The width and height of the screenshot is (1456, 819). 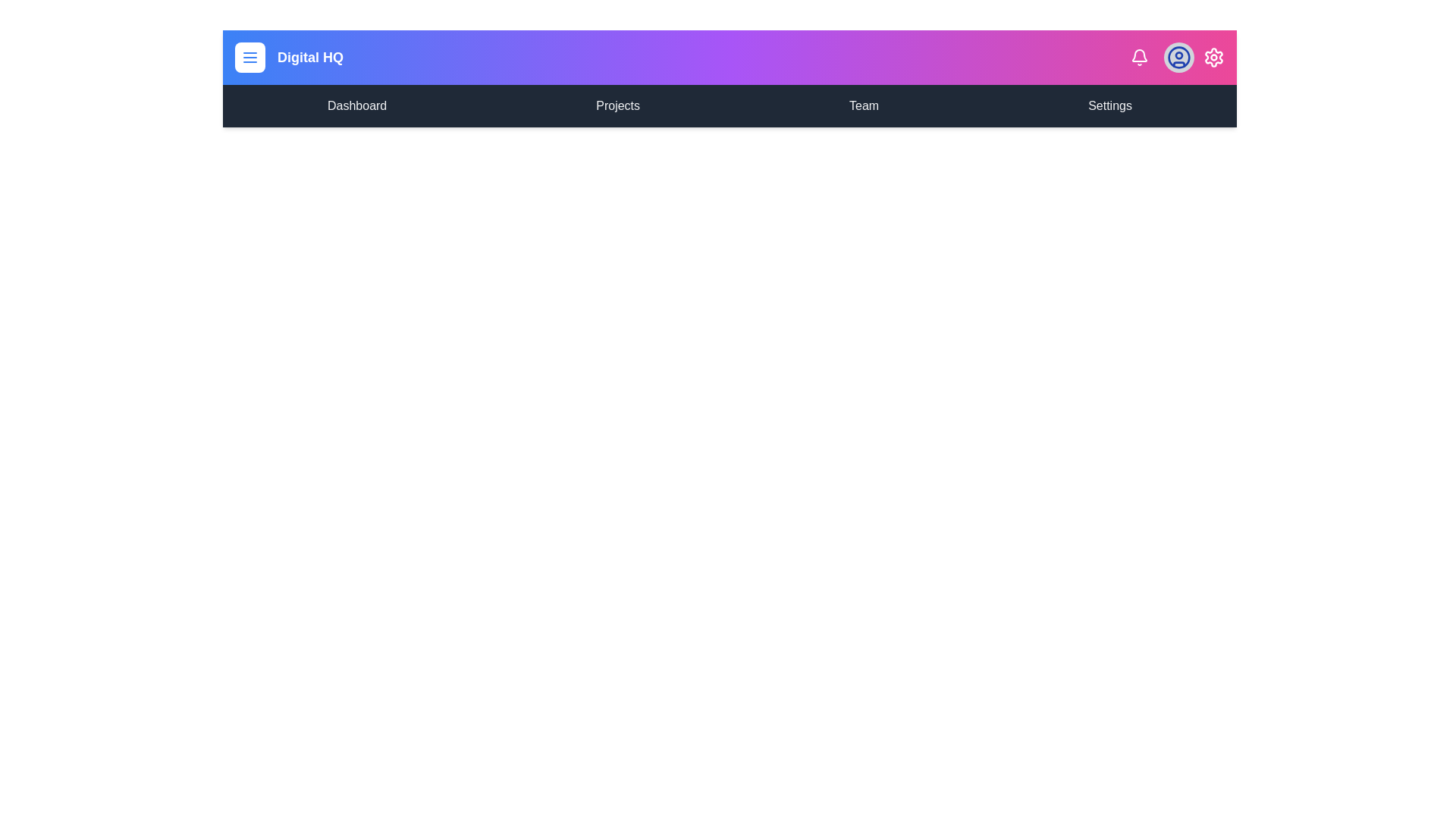 I want to click on the menu item labeled Team in the navigation bar, so click(x=863, y=105).